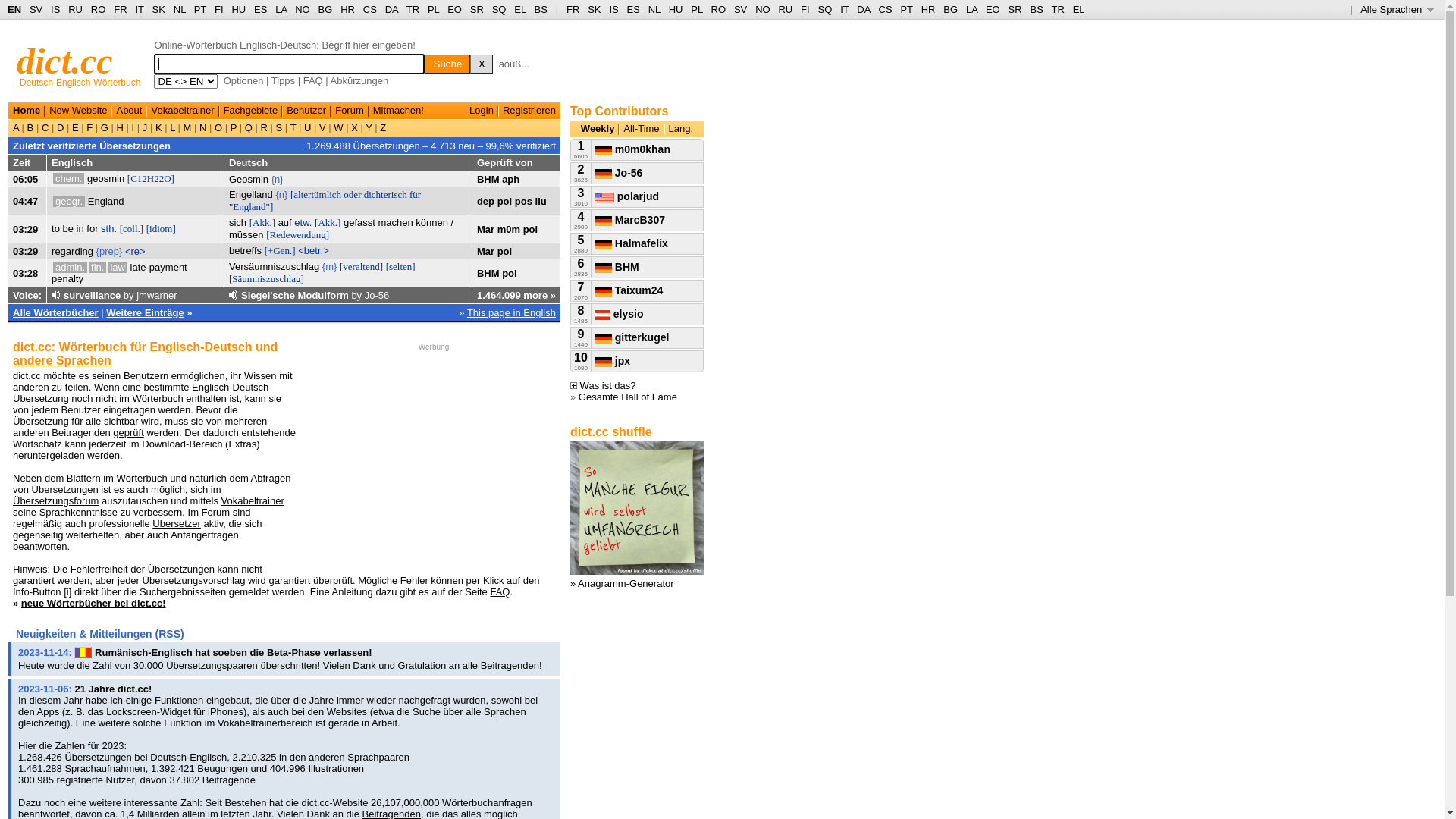 Image resolution: width=1456 pixels, height=819 pixels. I want to click on 'Z', so click(382, 127).